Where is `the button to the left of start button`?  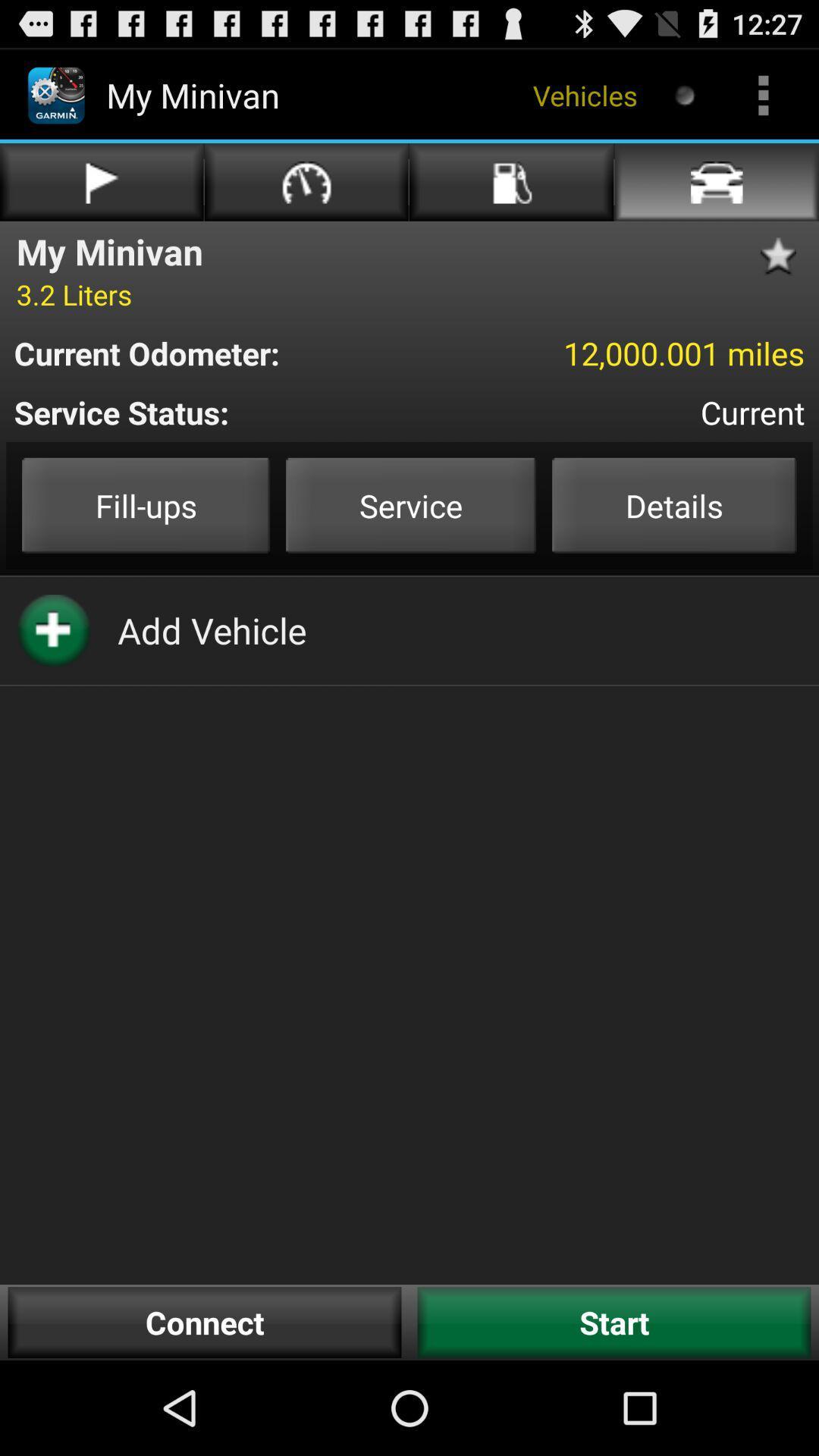 the button to the left of start button is located at coordinates (205, 1322).